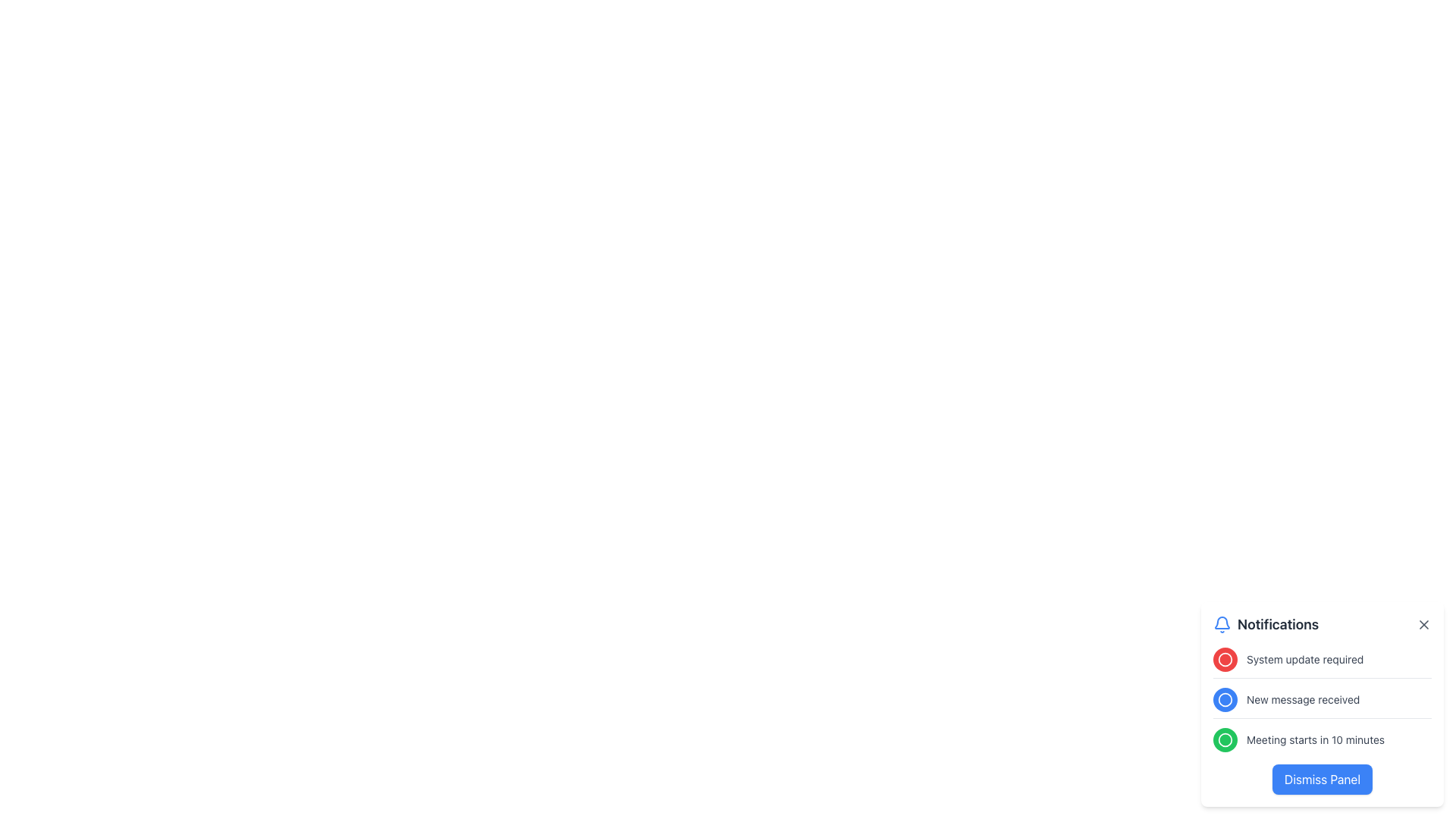 The height and width of the screenshot is (819, 1456). I want to click on the notification item displaying 'System update required', which is the first item in the notification panel, so click(1321, 662).